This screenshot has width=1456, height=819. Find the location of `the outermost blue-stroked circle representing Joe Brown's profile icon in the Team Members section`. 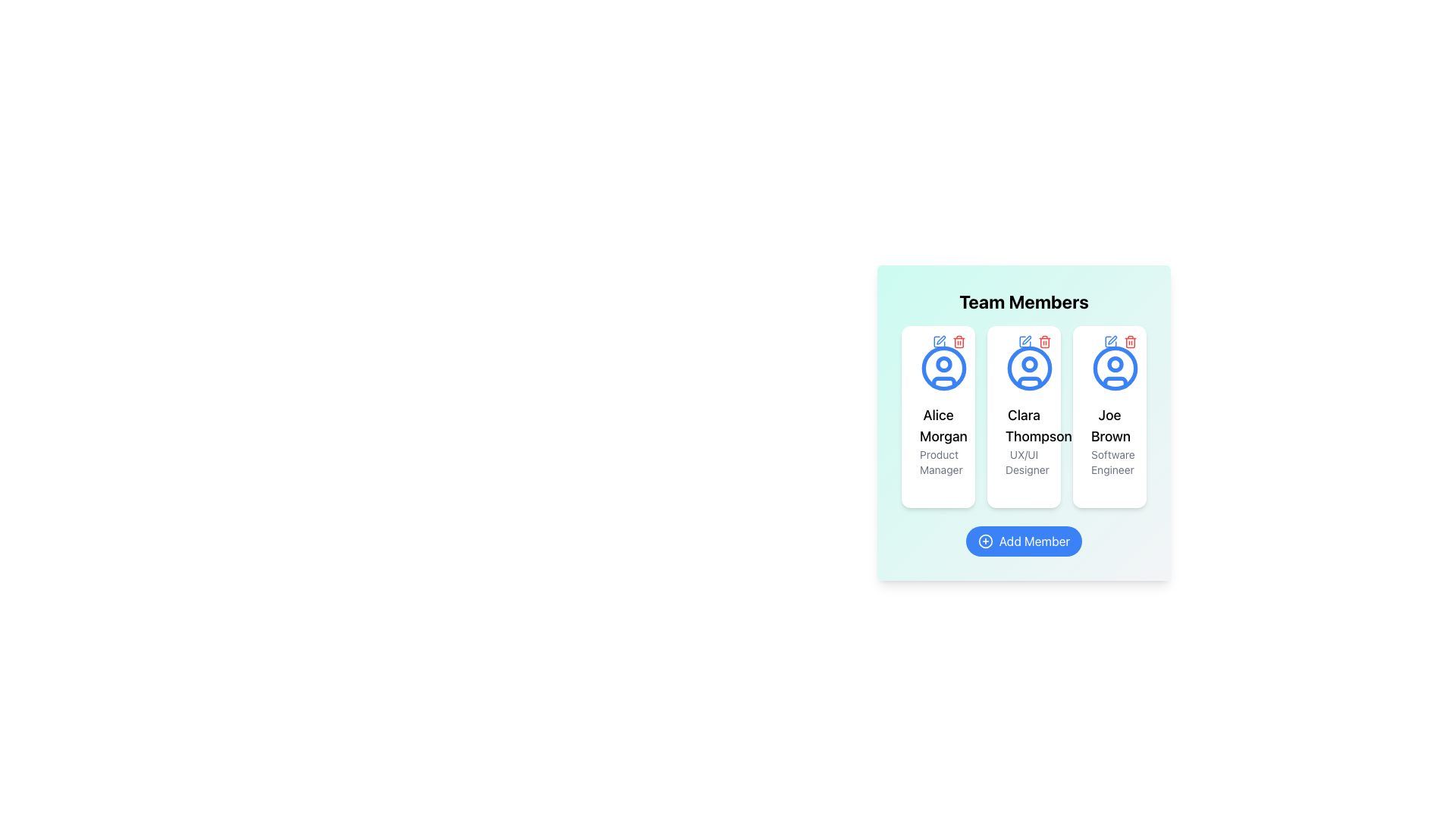

the outermost blue-stroked circle representing Joe Brown's profile icon in the Team Members section is located at coordinates (1115, 369).